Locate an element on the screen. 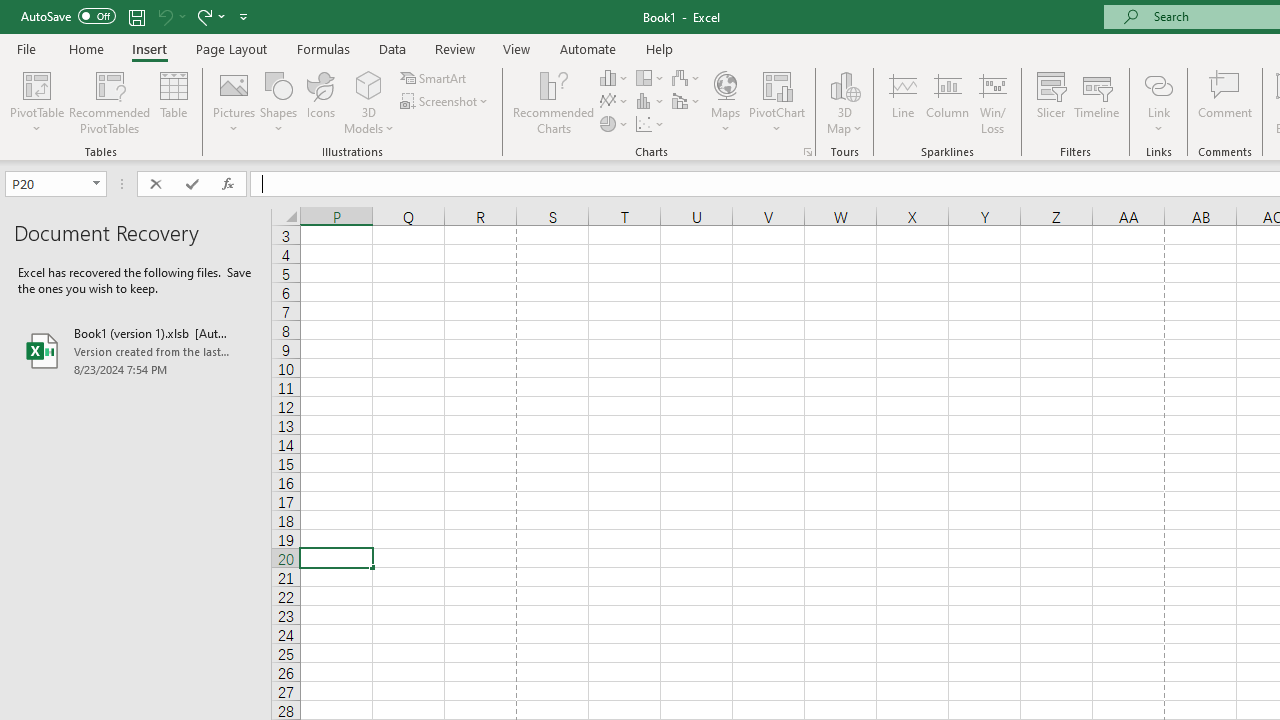 The width and height of the screenshot is (1280, 720). 'Slicer...' is located at coordinates (1050, 103).